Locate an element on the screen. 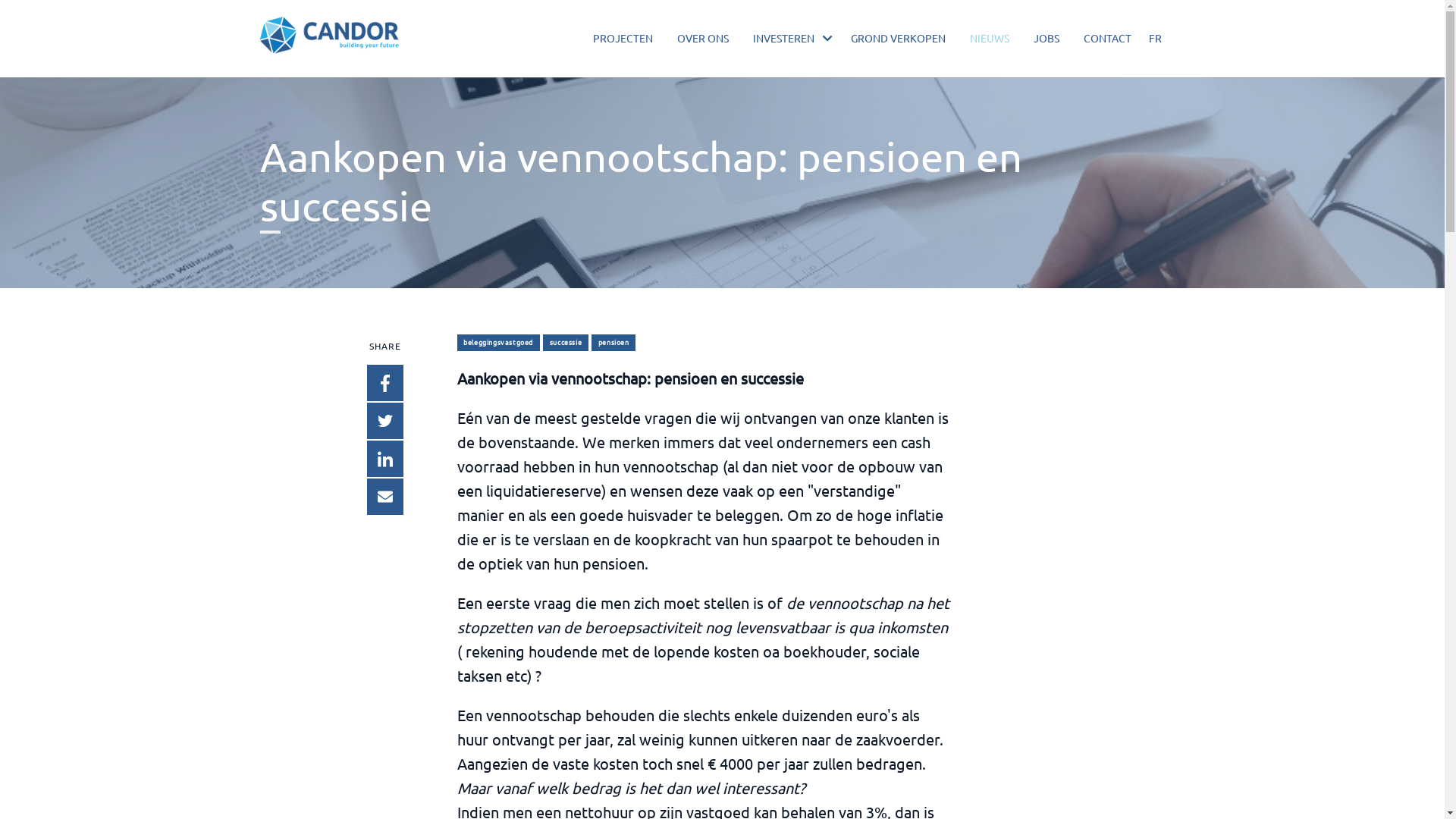 The image size is (1456, 819). 'beleggingsvastgoed' is located at coordinates (497, 342).